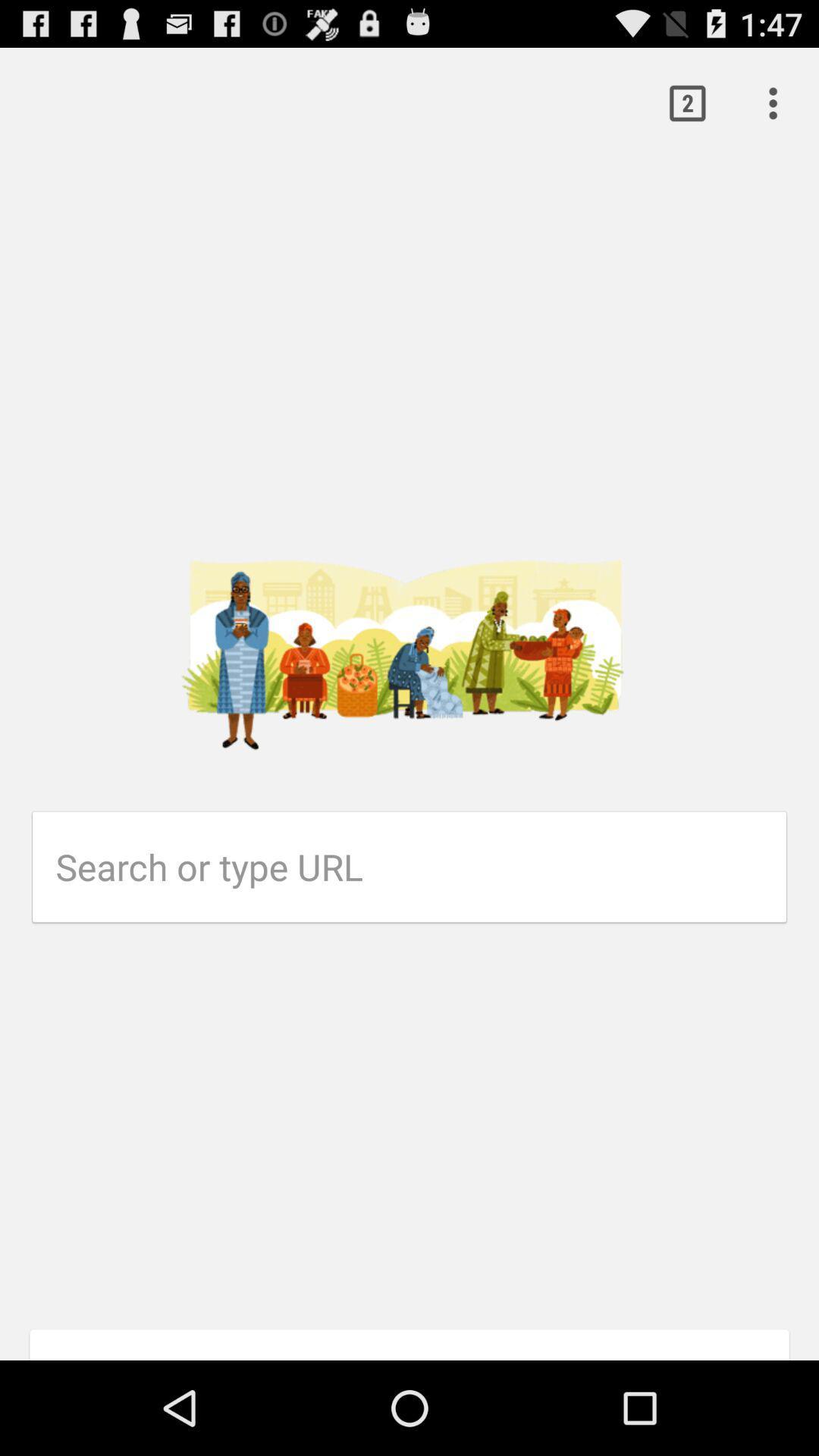 This screenshot has height=1456, width=819. Describe the element at coordinates (421, 867) in the screenshot. I see `search` at that location.